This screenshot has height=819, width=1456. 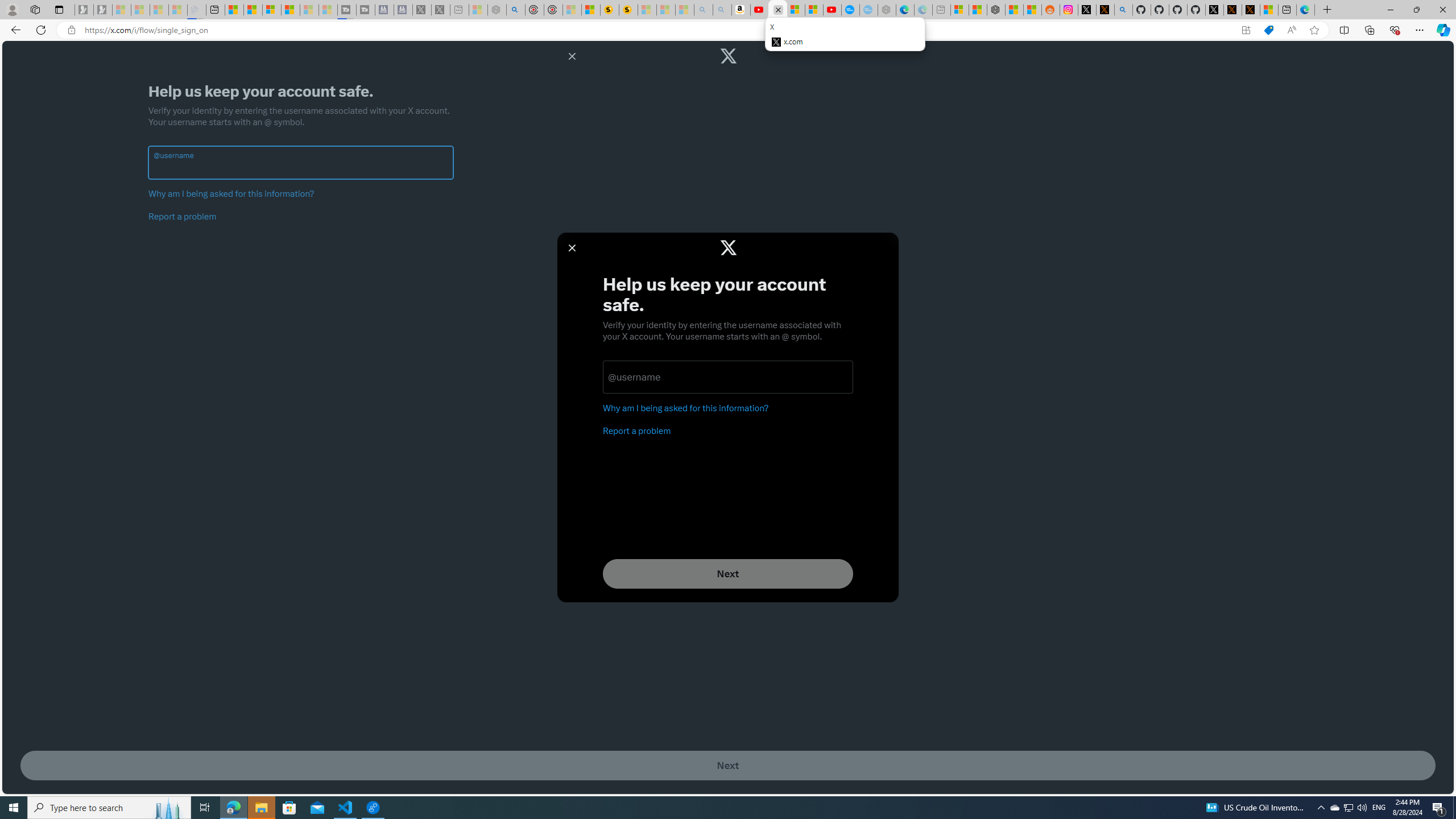 What do you see at coordinates (996, 9) in the screenshot?
I see `'Nordace - Duffels'` at bounding box center [996, 9].